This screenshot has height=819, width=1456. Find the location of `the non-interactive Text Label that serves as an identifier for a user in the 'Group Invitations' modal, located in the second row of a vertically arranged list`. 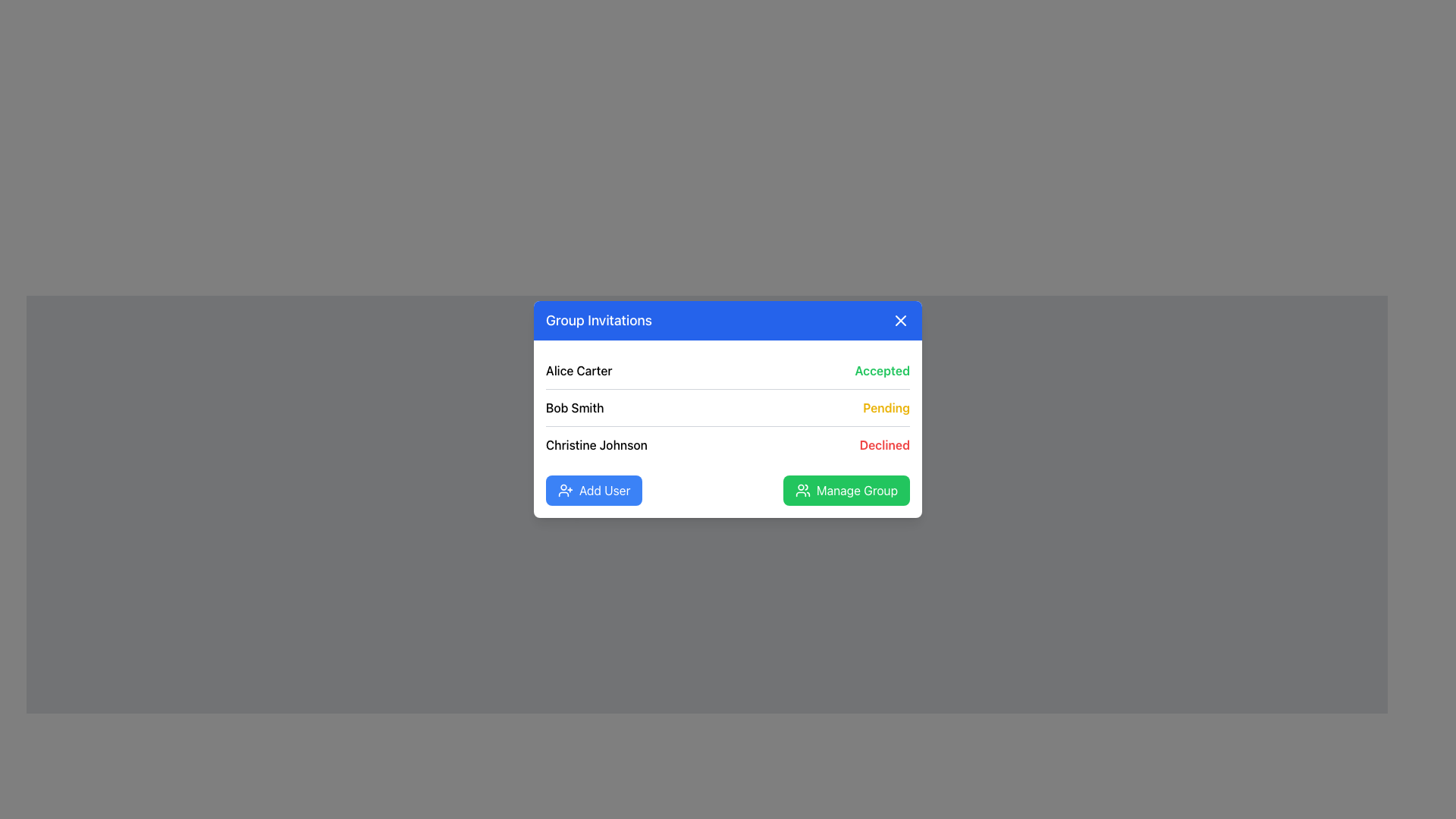

the non-interactive Text Label that serves as an identifier for a user in the 'Group Invitations' modal, located in the second row of a vertically arranged list is located at coordinates (574, 406).